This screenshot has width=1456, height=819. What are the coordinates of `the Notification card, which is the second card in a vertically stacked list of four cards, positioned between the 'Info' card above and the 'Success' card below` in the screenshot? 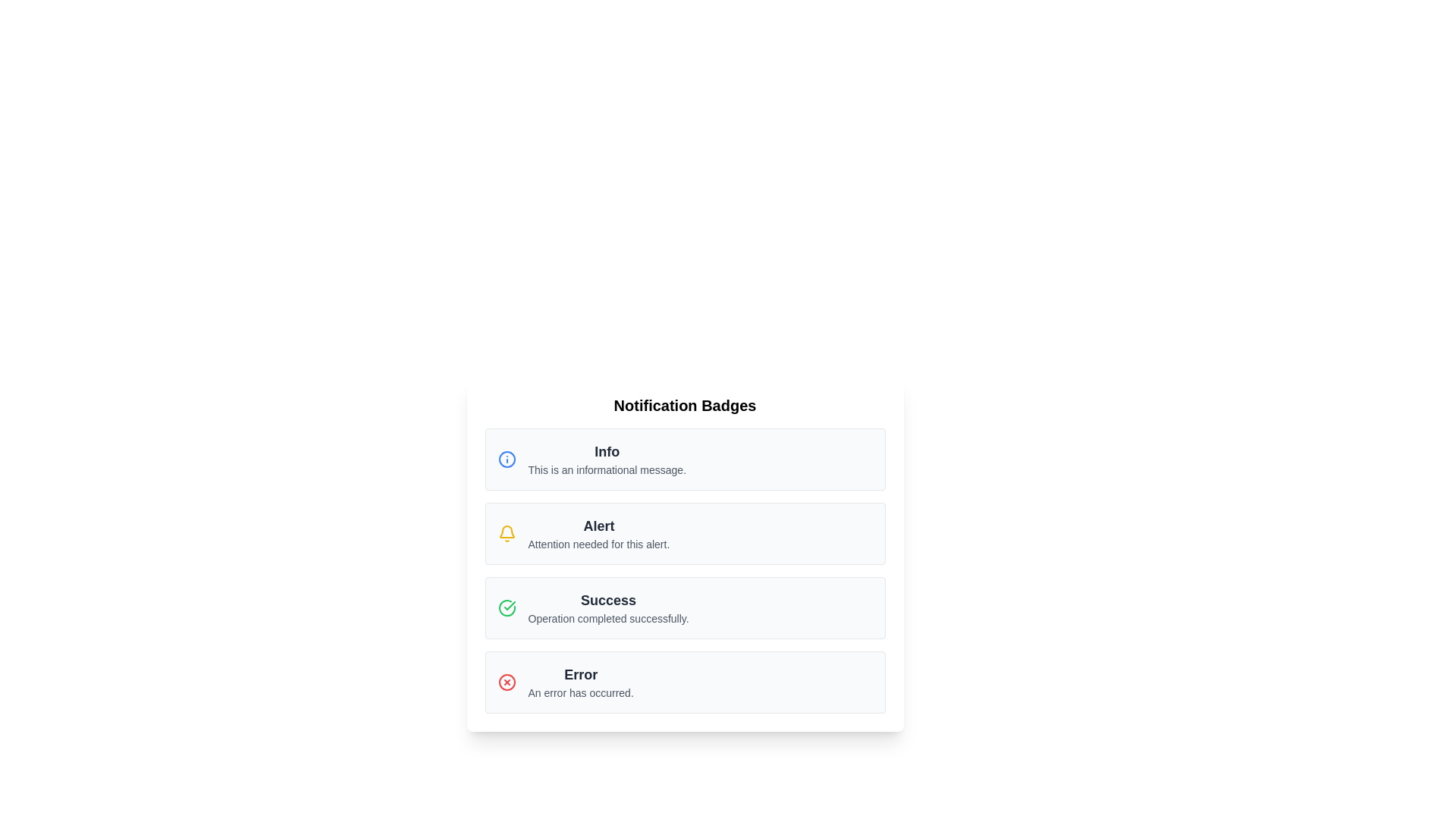 It's located at (684, 554).